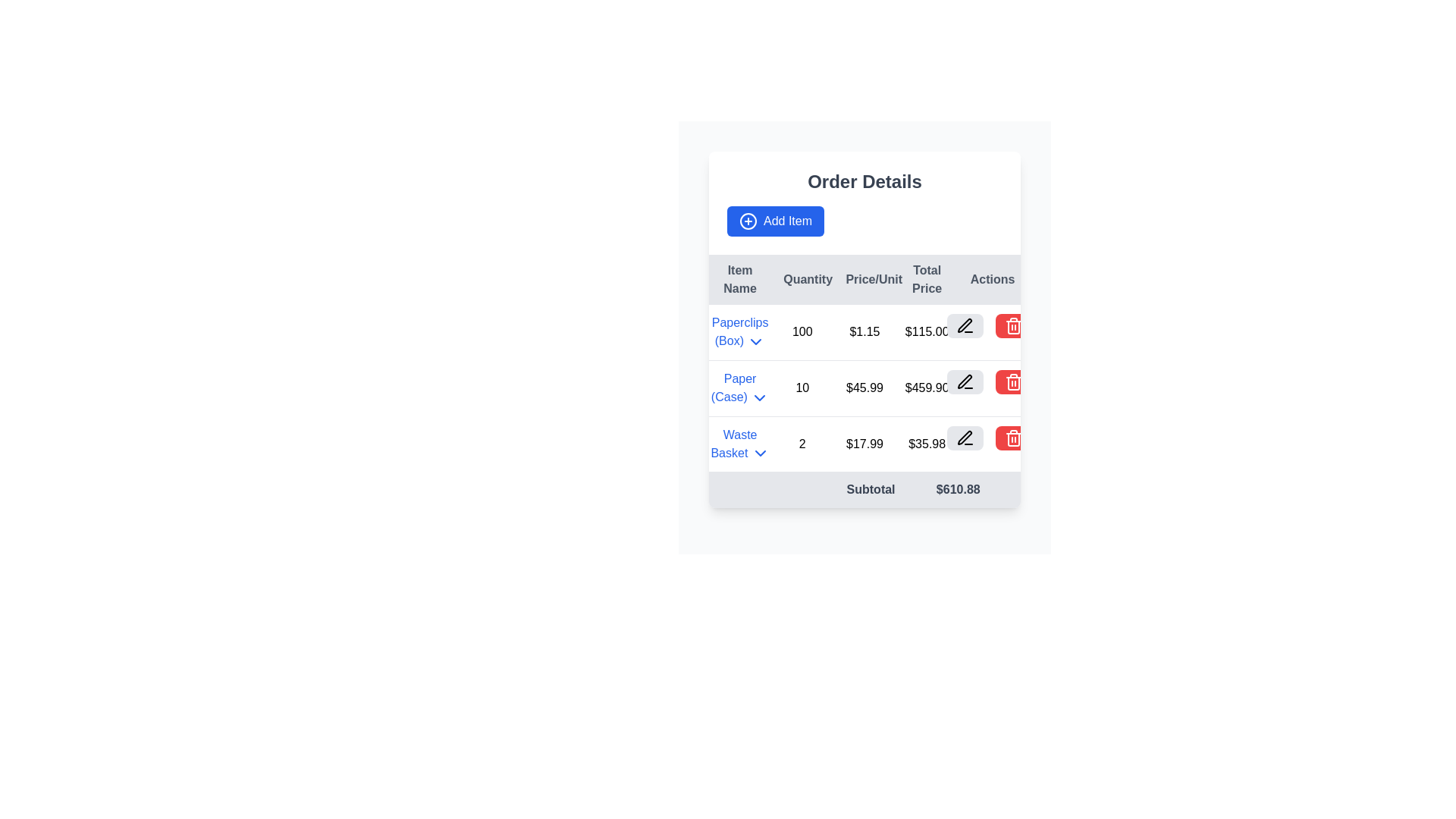 The image size is (1456, 819). What do you see at coordinates (802, 388) in the screenshot?
I see `the text displaying the number '10' in the 'Quantity' column of the table, located in the second row under the 'Paper (Case)' item` at bounding box center [802, 388].